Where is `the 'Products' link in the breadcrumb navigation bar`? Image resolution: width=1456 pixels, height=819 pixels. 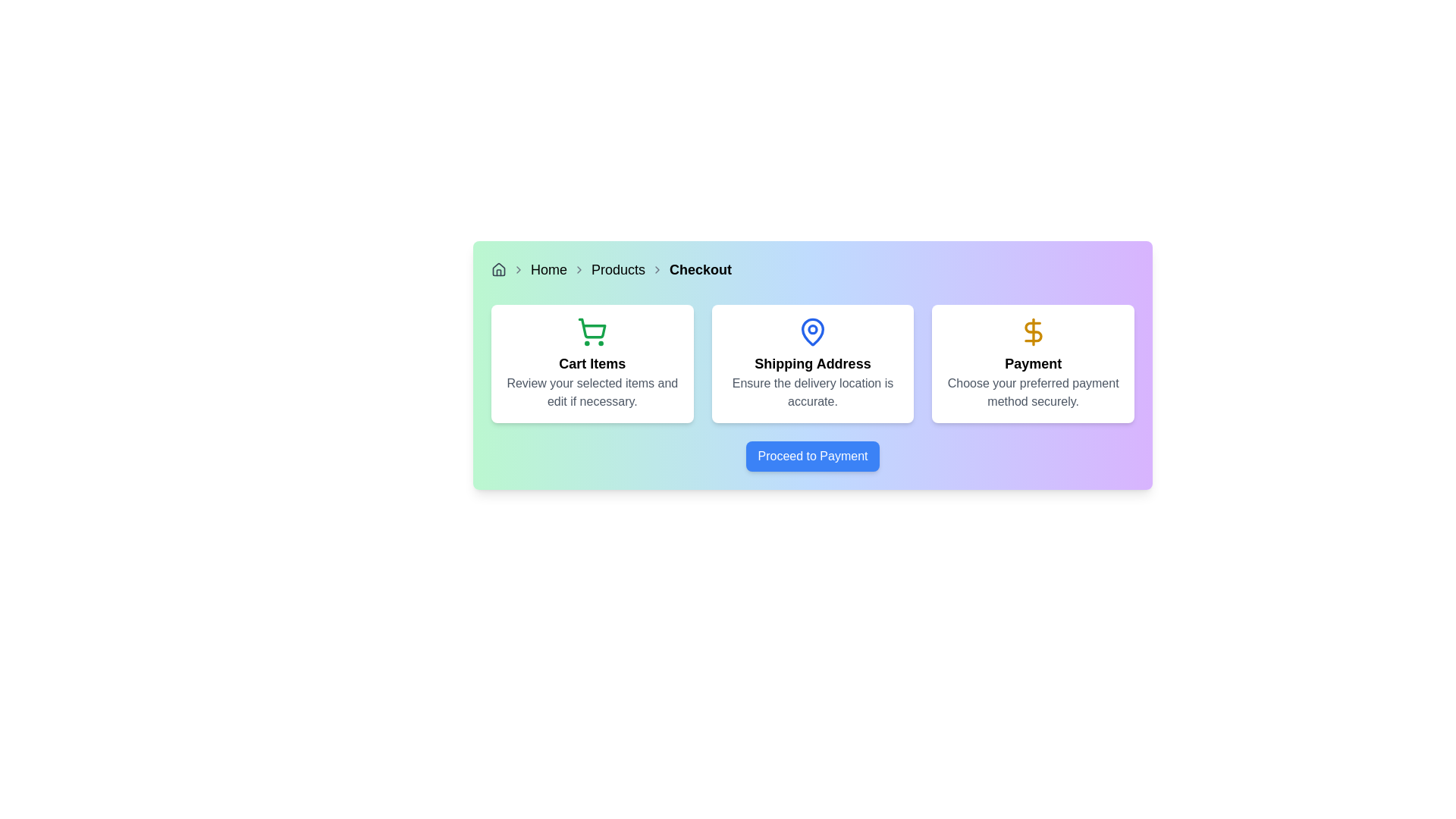
the 'Products' link in the breadcrumb navigation bar is located at coordinates (618, 268).